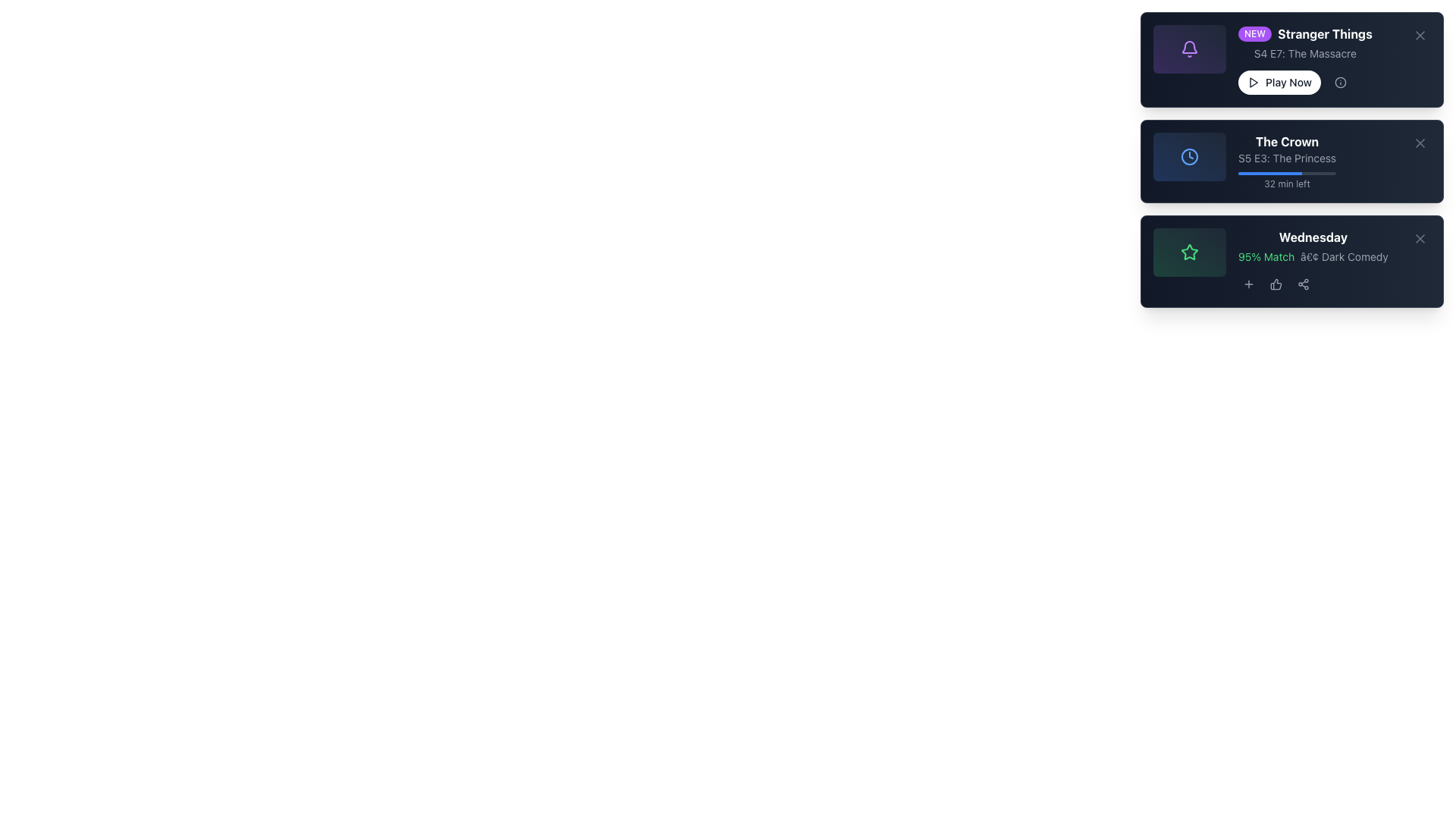 The width and height of the screenshot is (1456, 819). What do you see at coordinates (1286, 180) in the screenshot?
I see `the text label indicating the remaining duration of the episode 'S5 E3: The Princess' located beneath the episode title, aligned with the progress bar` at bounding box center [1286, 180].